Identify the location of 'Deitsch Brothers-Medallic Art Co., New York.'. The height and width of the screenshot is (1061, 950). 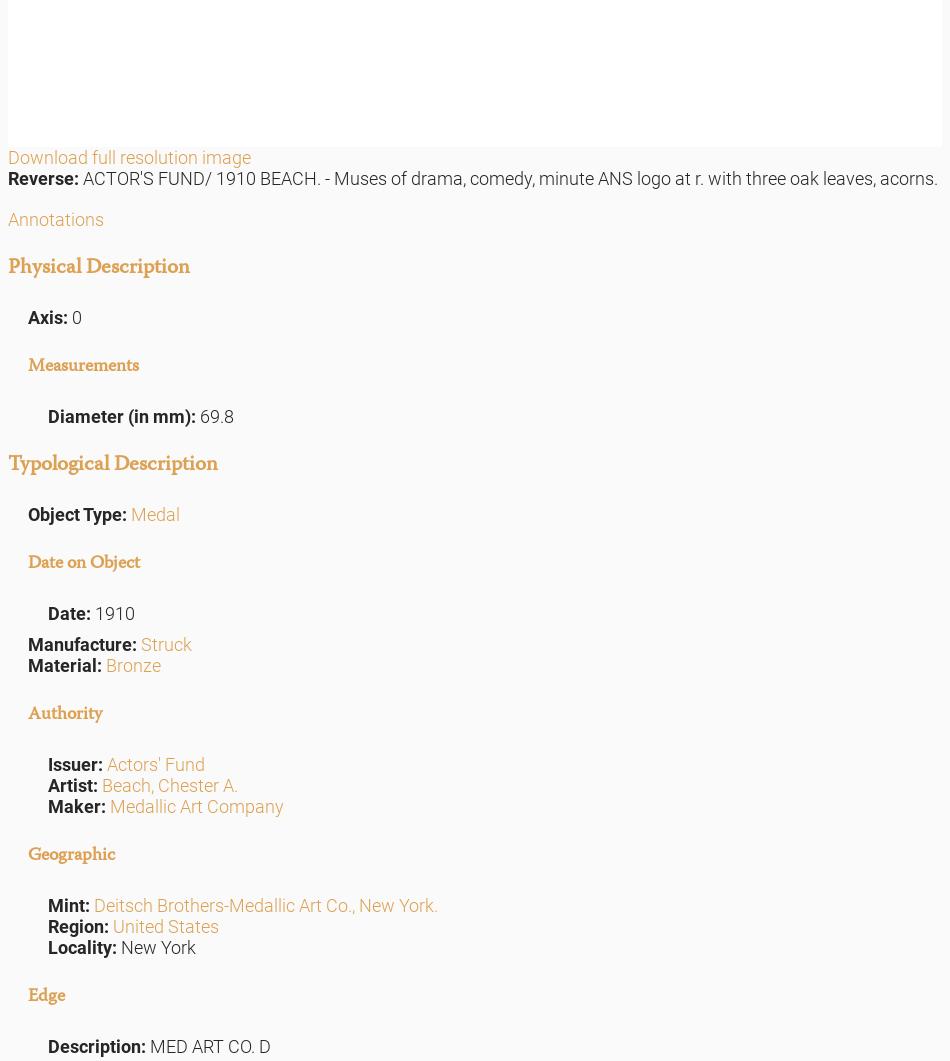
(265, 903).